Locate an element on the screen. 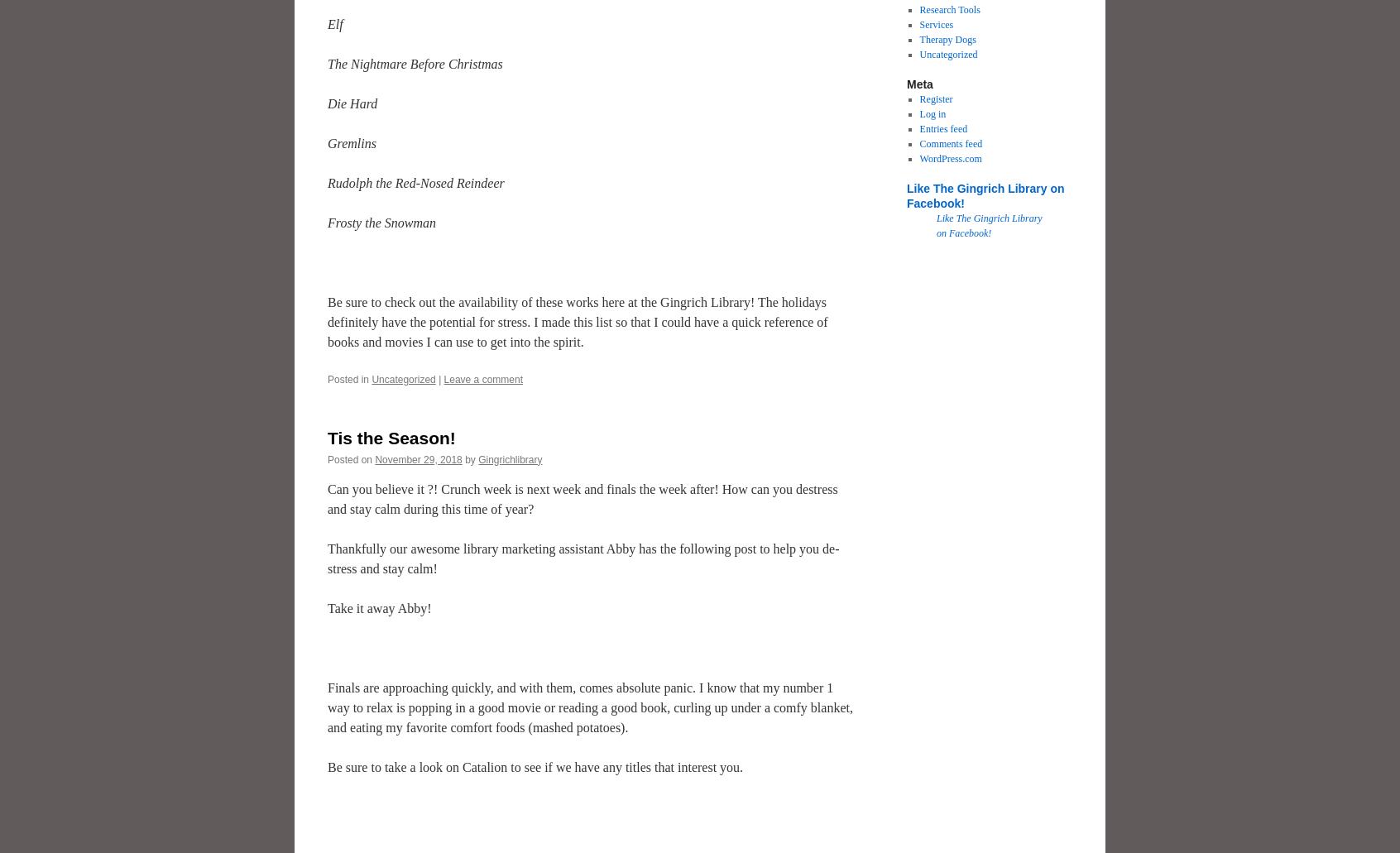  'Log in' is located at coordinates (933, 113).